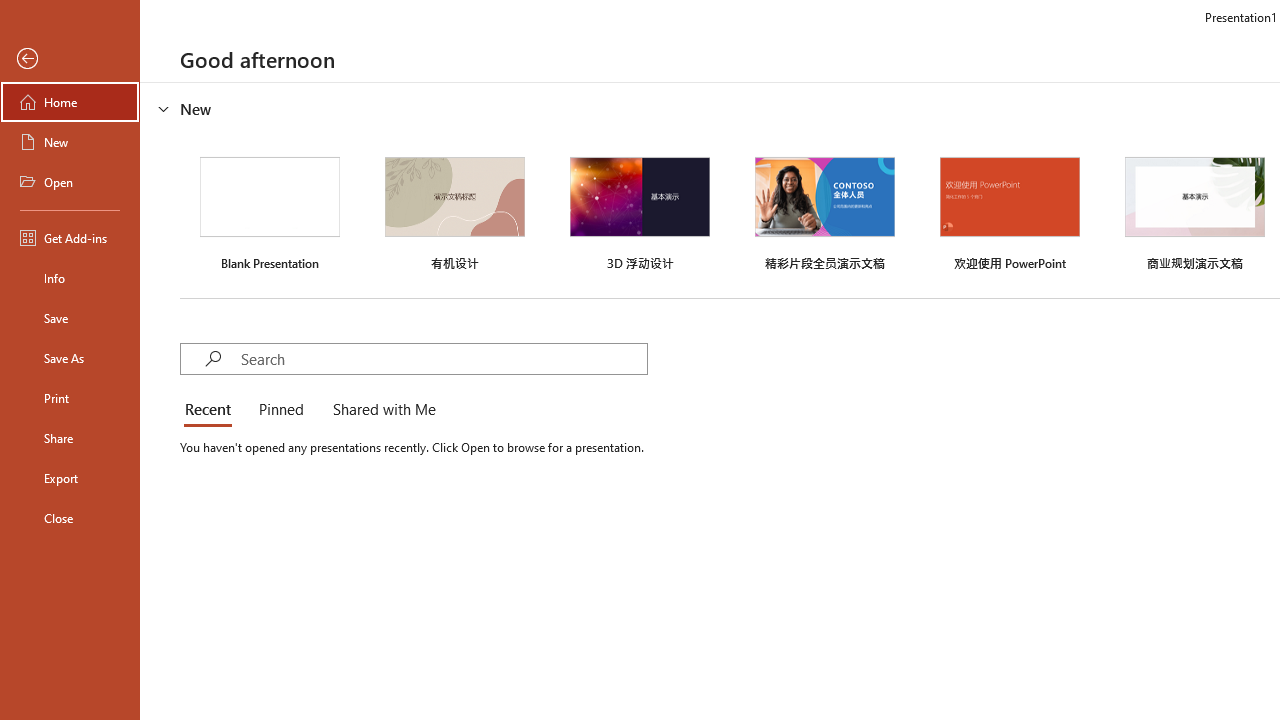  I want to click on 'Save As', so click(69, 356).